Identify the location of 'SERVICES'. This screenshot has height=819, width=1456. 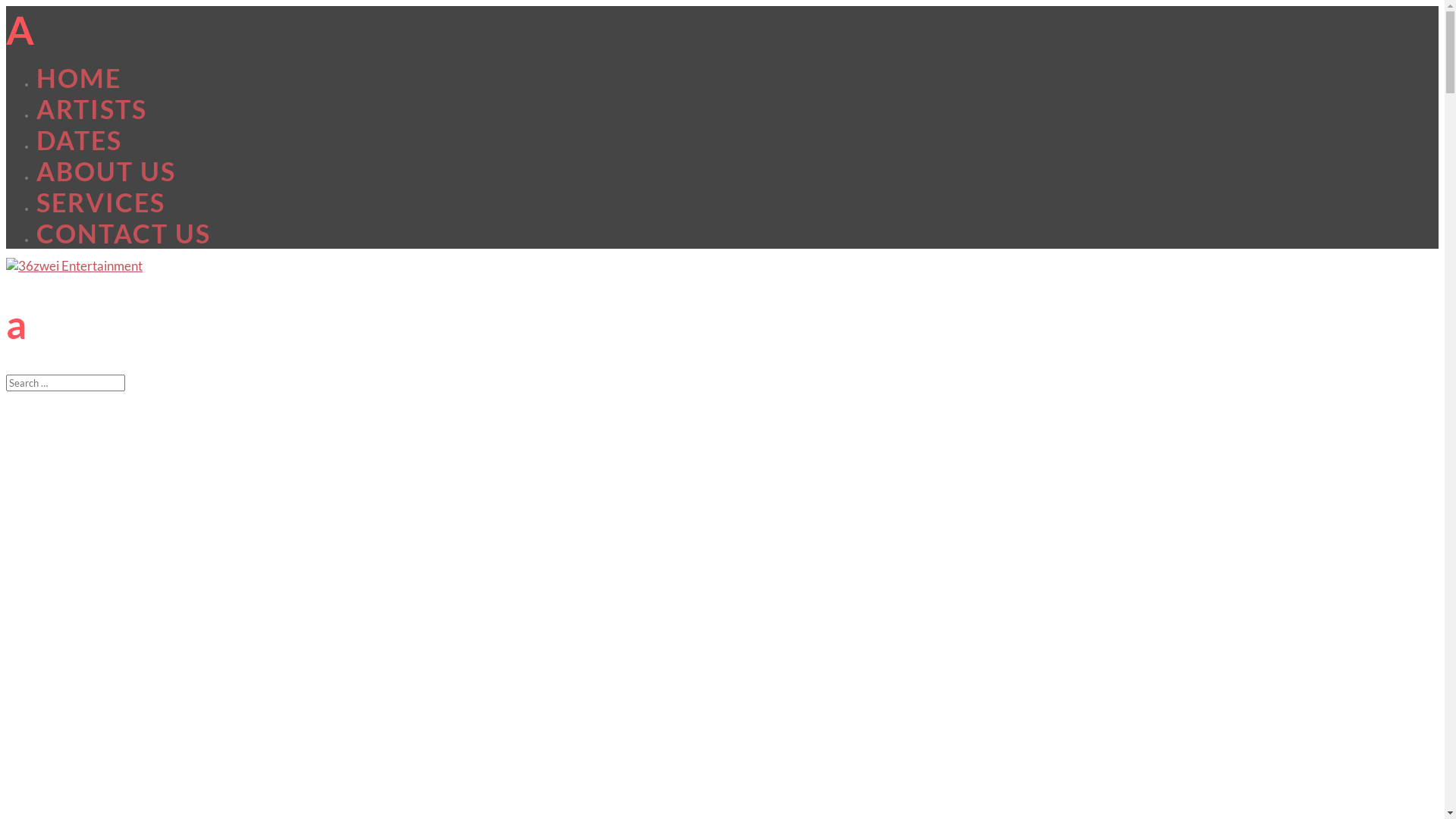
(100, 201).